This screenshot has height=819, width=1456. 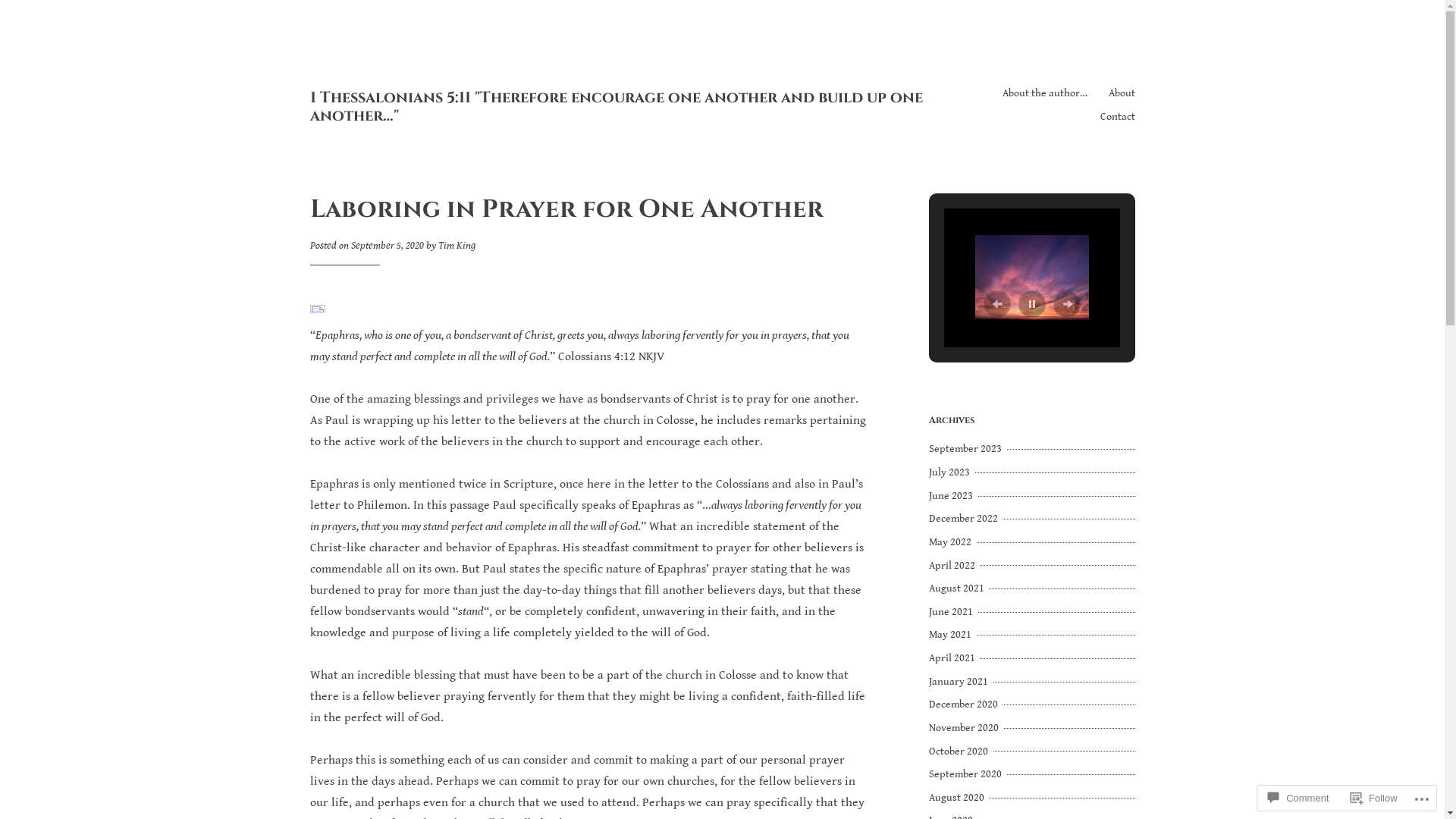 I want to click on 'May 2021', so click(x=950, y=635).